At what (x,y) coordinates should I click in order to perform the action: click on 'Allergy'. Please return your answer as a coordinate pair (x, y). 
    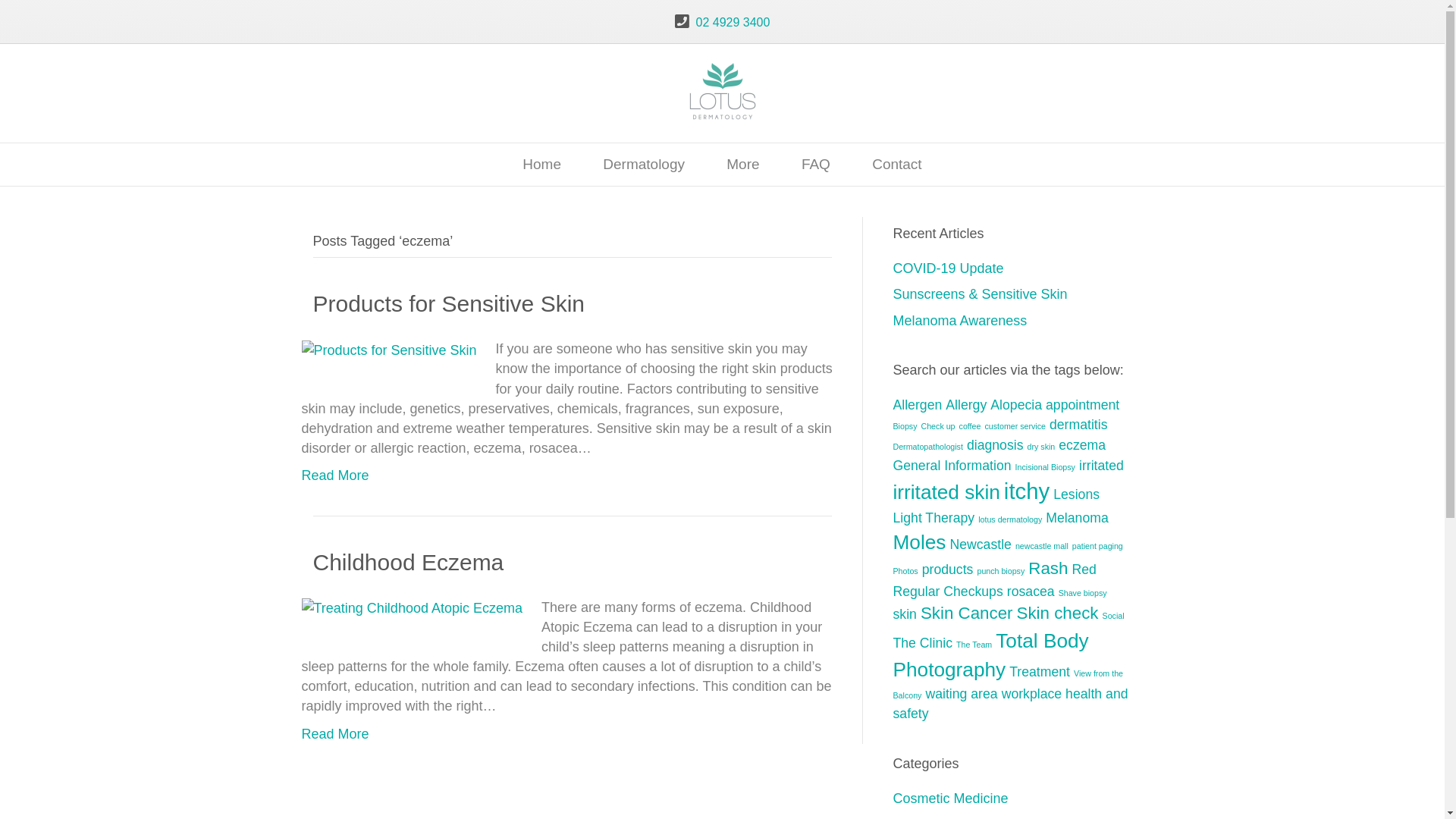
    Looking at the image, I should click on (965, 403).